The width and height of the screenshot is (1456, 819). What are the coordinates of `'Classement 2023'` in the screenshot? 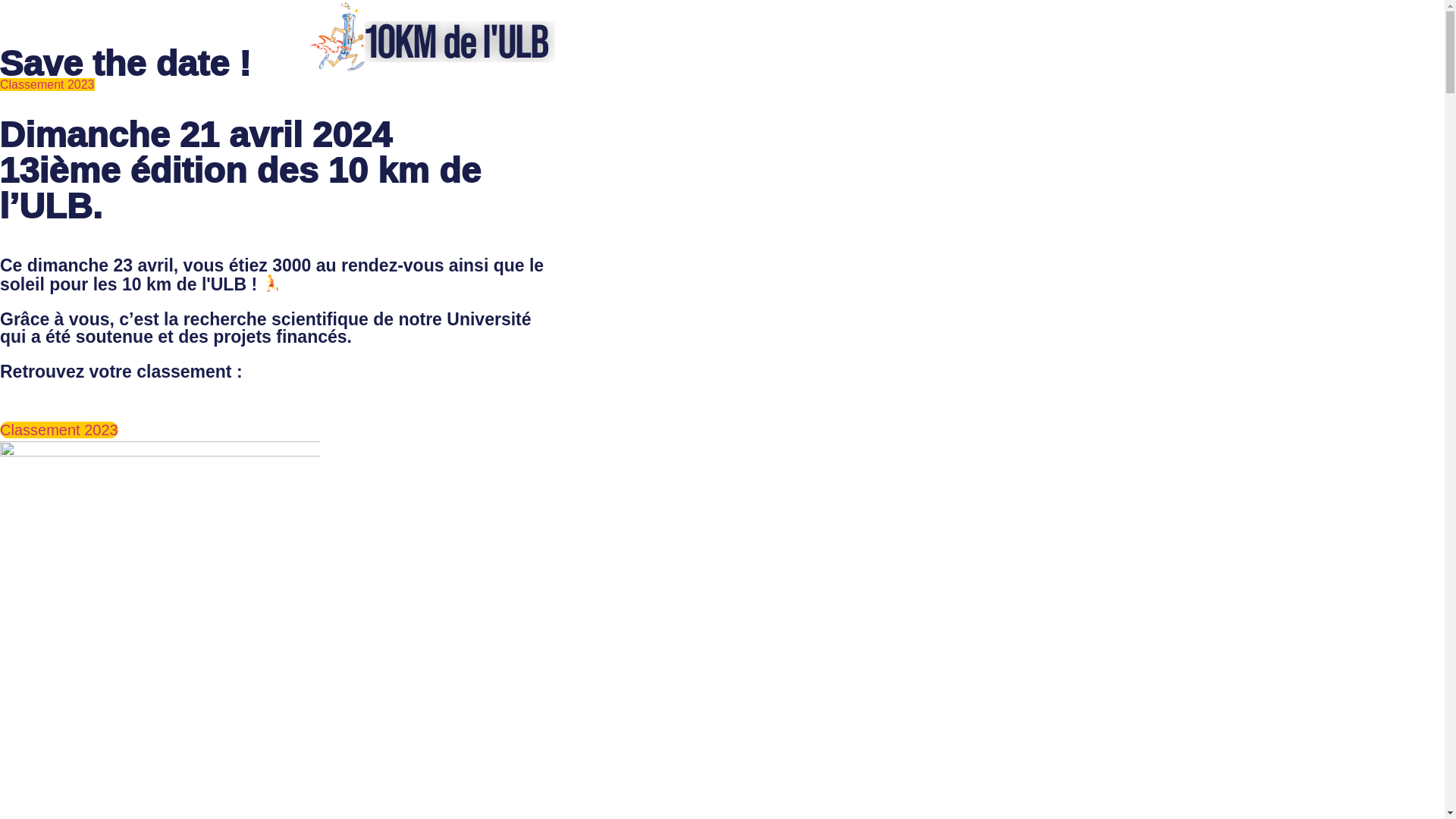 It's located at (0, 430).